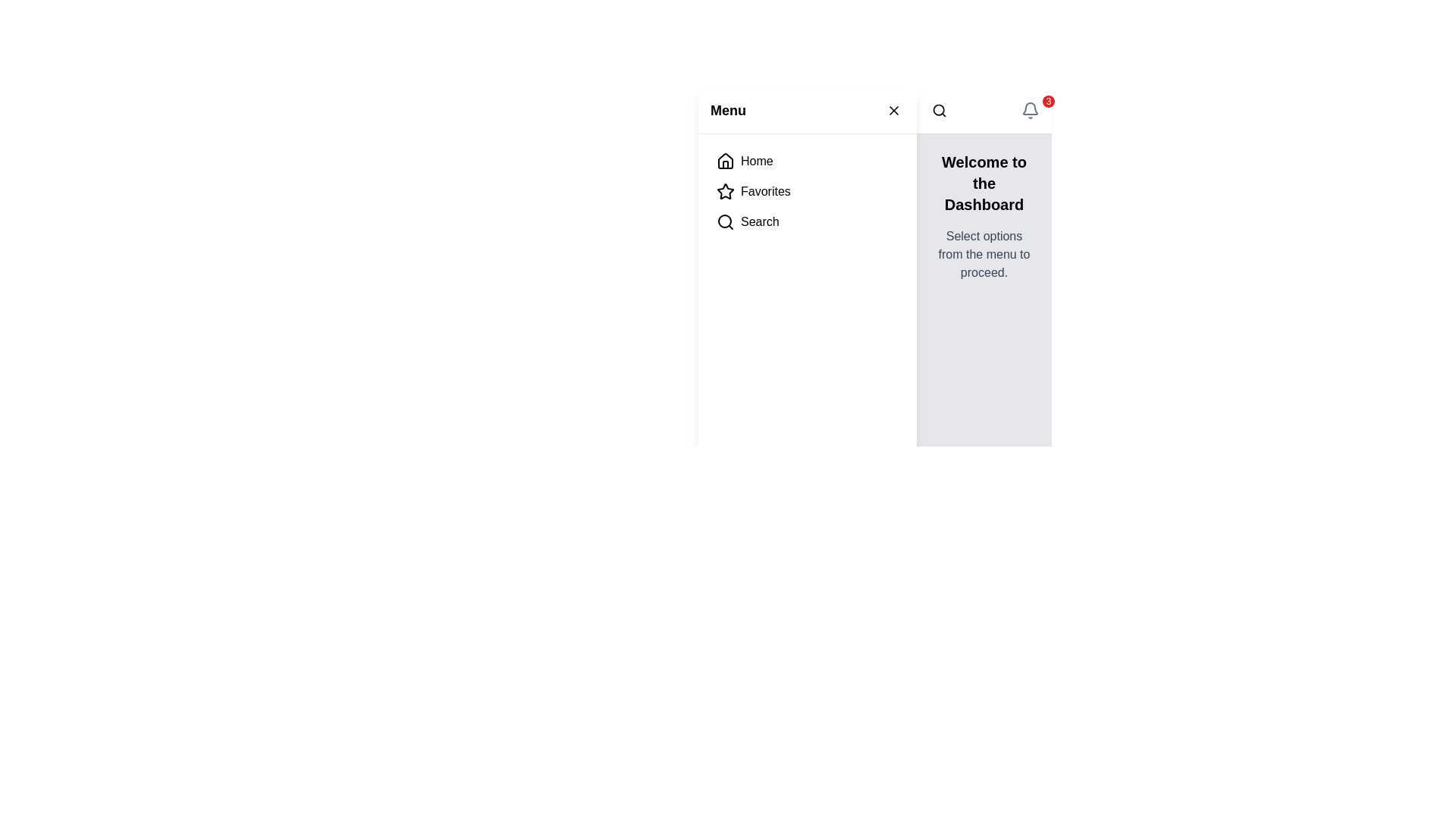  I want to click on the notification icon, which is a curved bell shape outline styled in gray and located near the top-right of the interface, adjacent to a badge displaying notifications, so click(1030, 108).